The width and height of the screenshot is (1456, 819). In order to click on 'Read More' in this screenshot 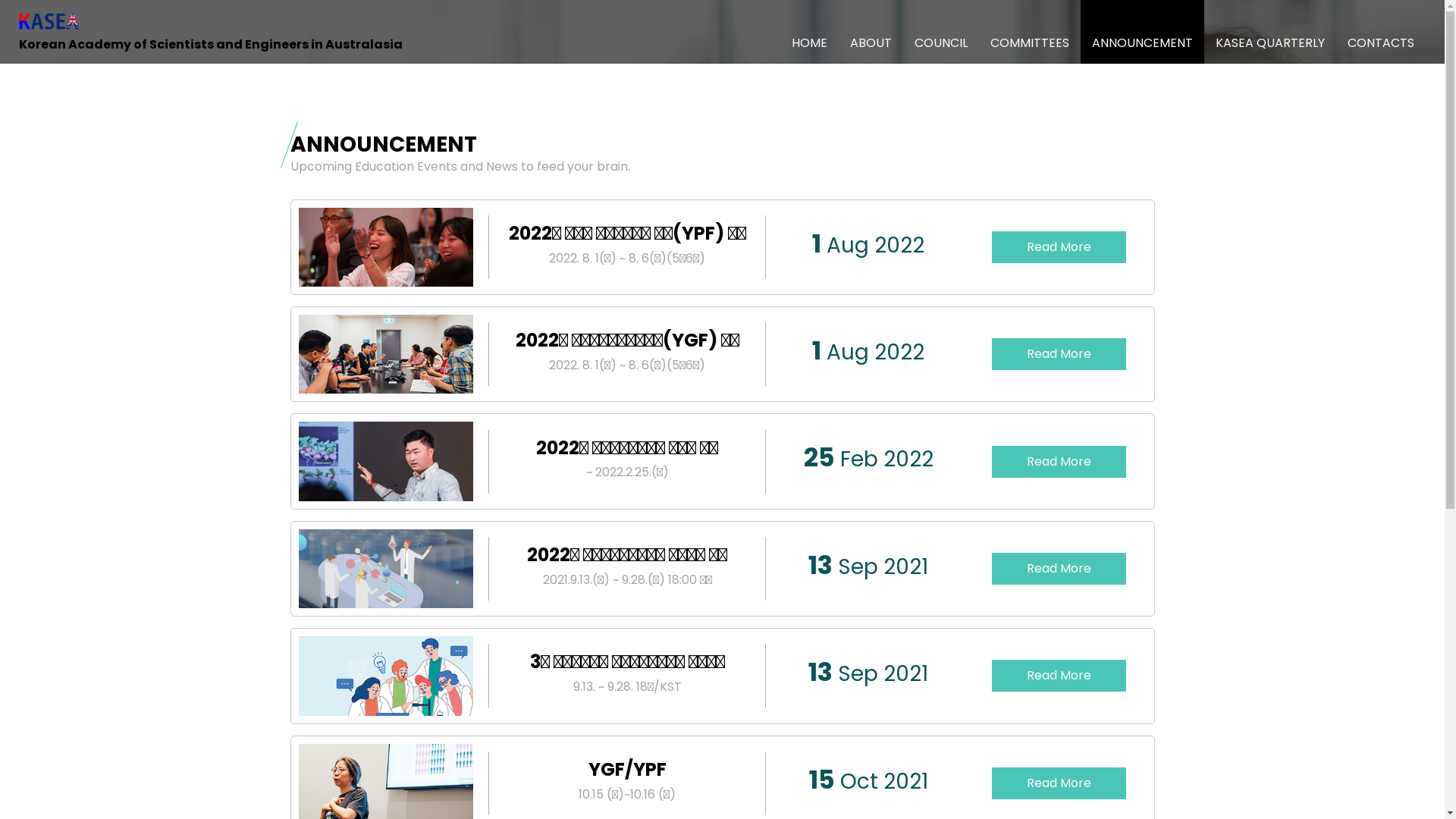, I will do `click(1058, 675)`.